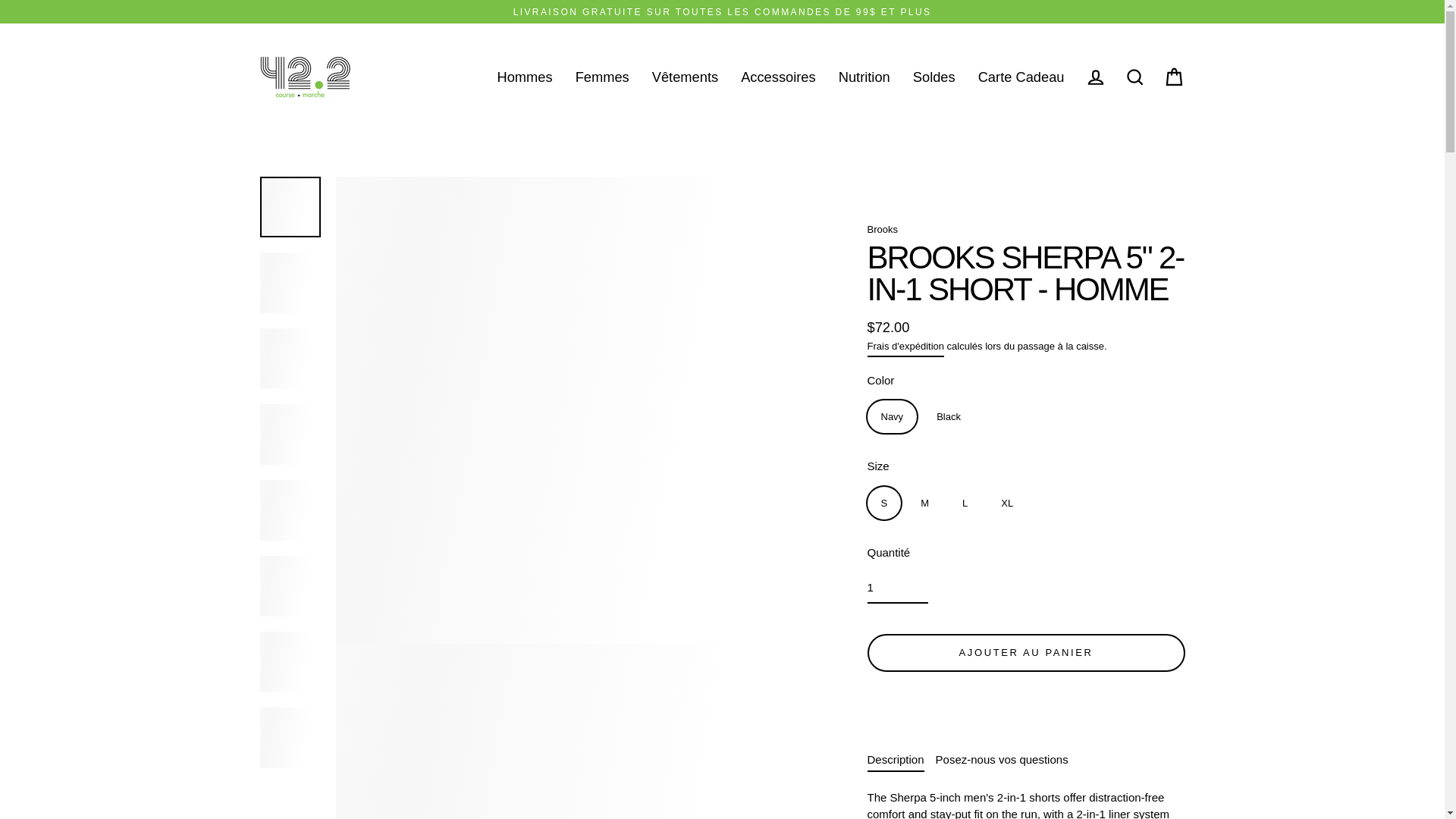 This screenshot has width=1456, height=819. I want to click on 'Se connecter', so click(1095, 77).